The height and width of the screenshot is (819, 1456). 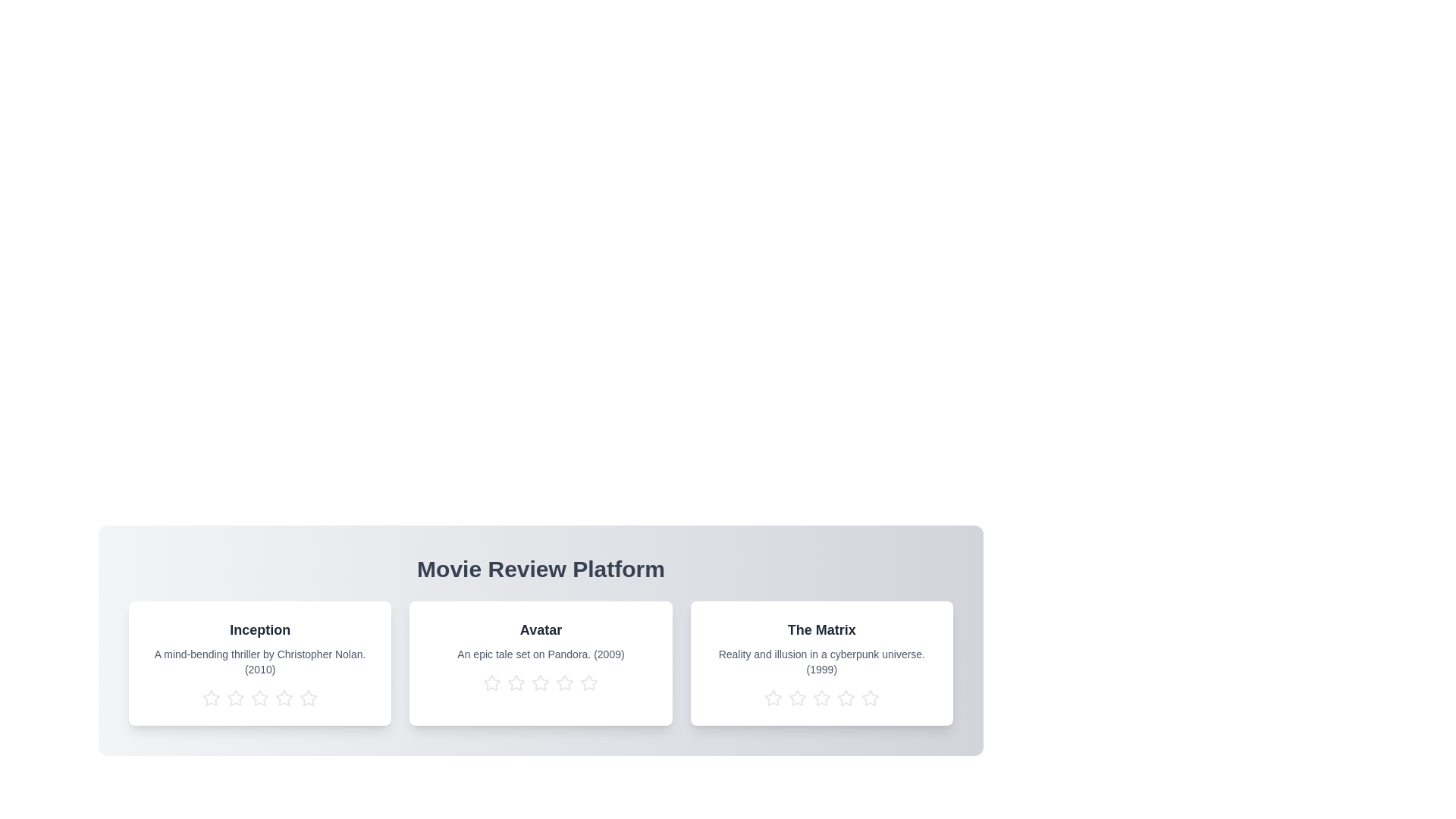 I want to click on the movie title The Matrix to focus on its description, so click(x=821, y=629).